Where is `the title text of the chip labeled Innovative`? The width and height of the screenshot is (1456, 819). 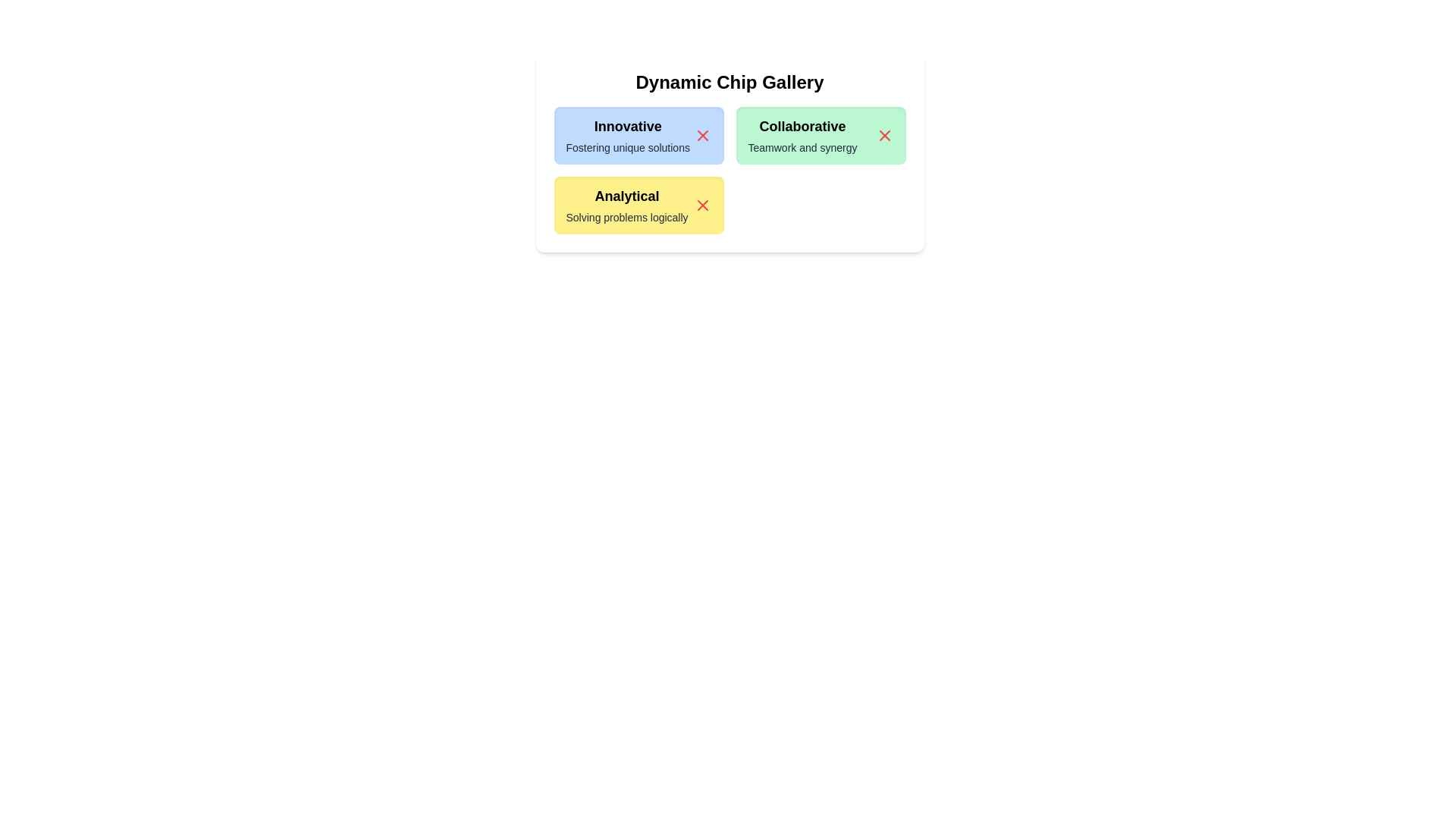
the title text of the chip labeled Innovative is located at coordinates (628, 125).